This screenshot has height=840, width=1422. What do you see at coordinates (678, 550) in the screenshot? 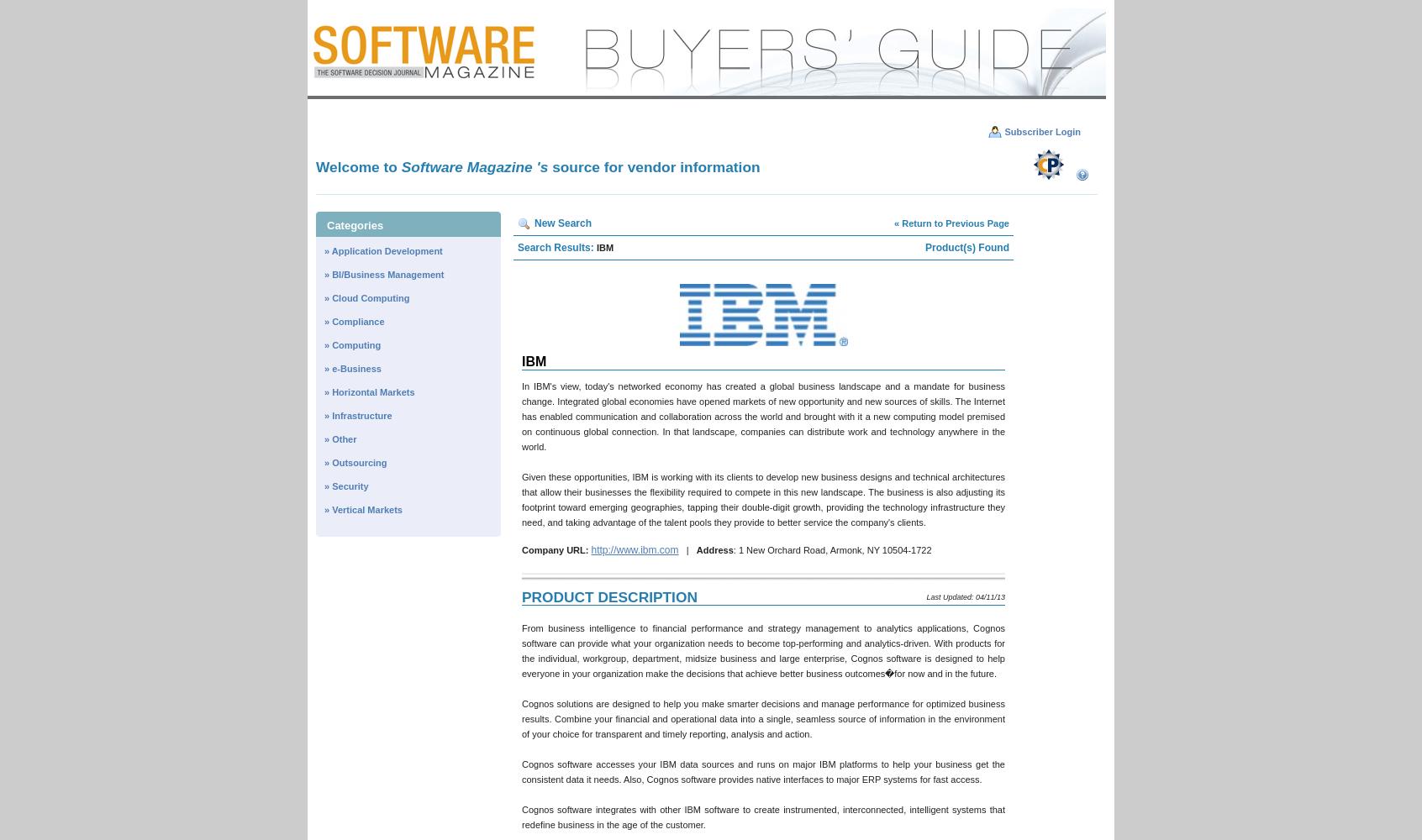
I see `'|'` at bounding box center [678, 550].